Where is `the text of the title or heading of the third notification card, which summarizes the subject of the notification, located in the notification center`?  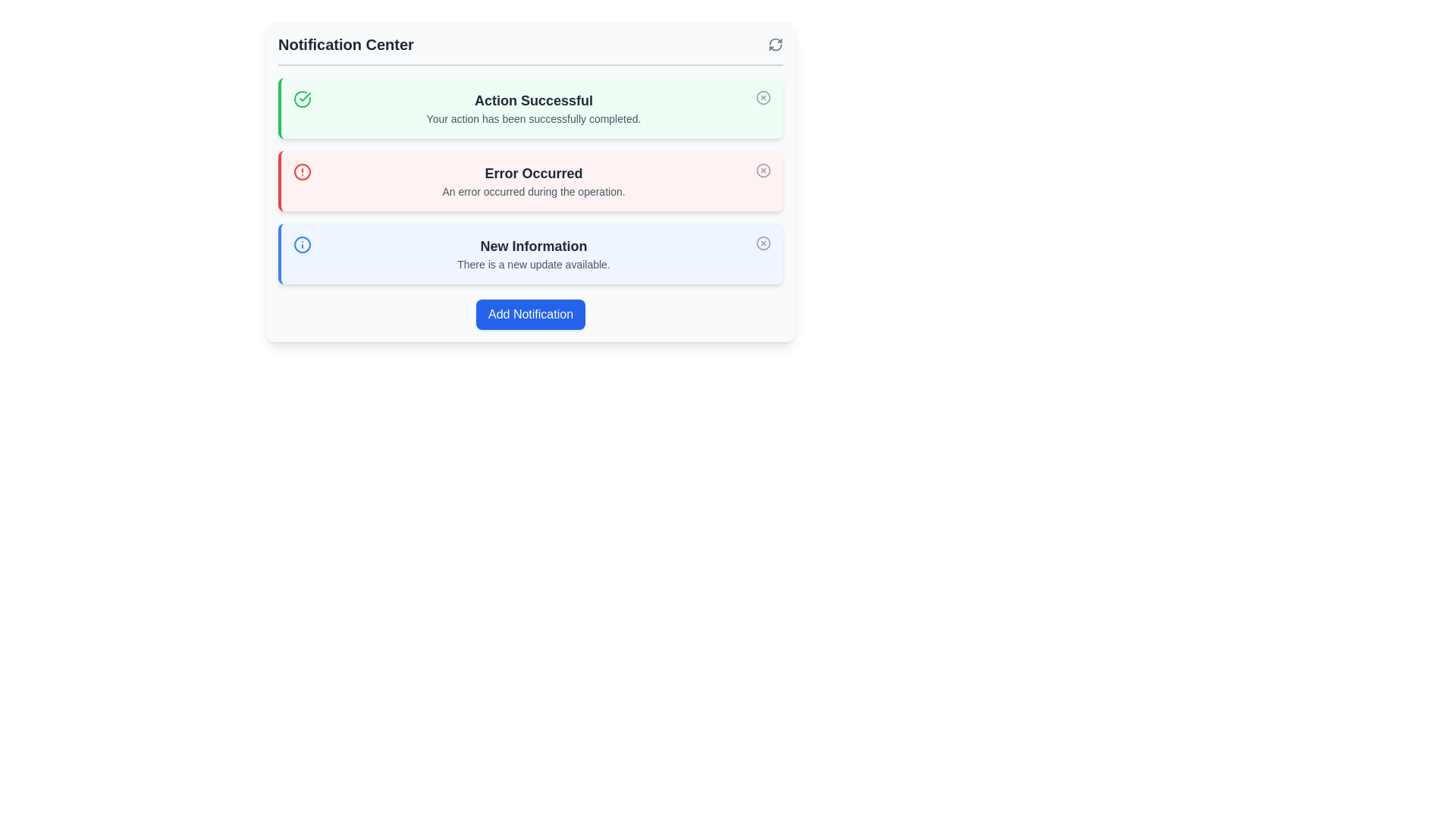
the text of the title or heading of the third notification card, which summarizes the subject of the notification, located in the notification center is located at coordinates (534, 245).